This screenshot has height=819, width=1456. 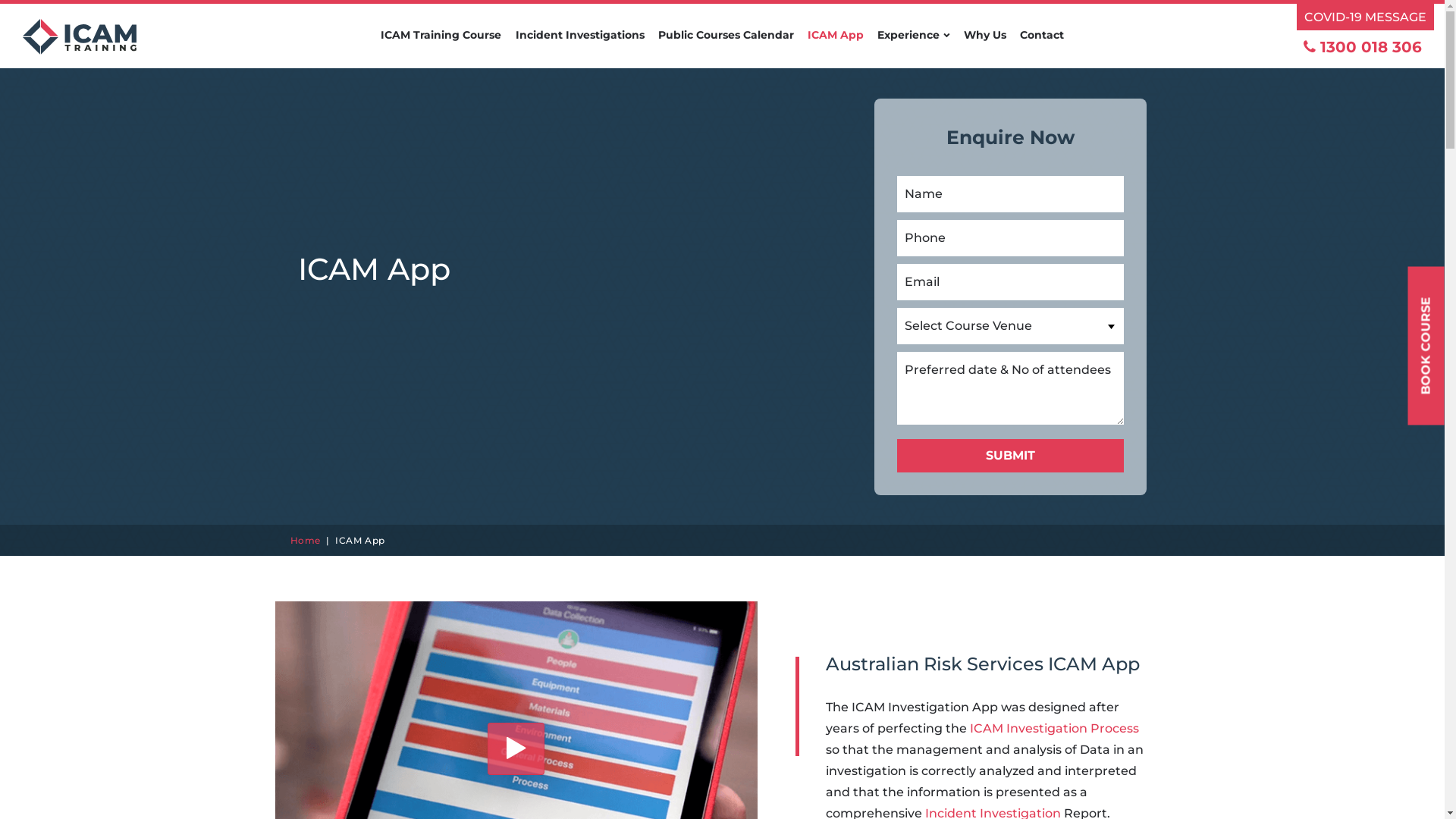 I want to click on 'Experience', so click(x=877, y=45).